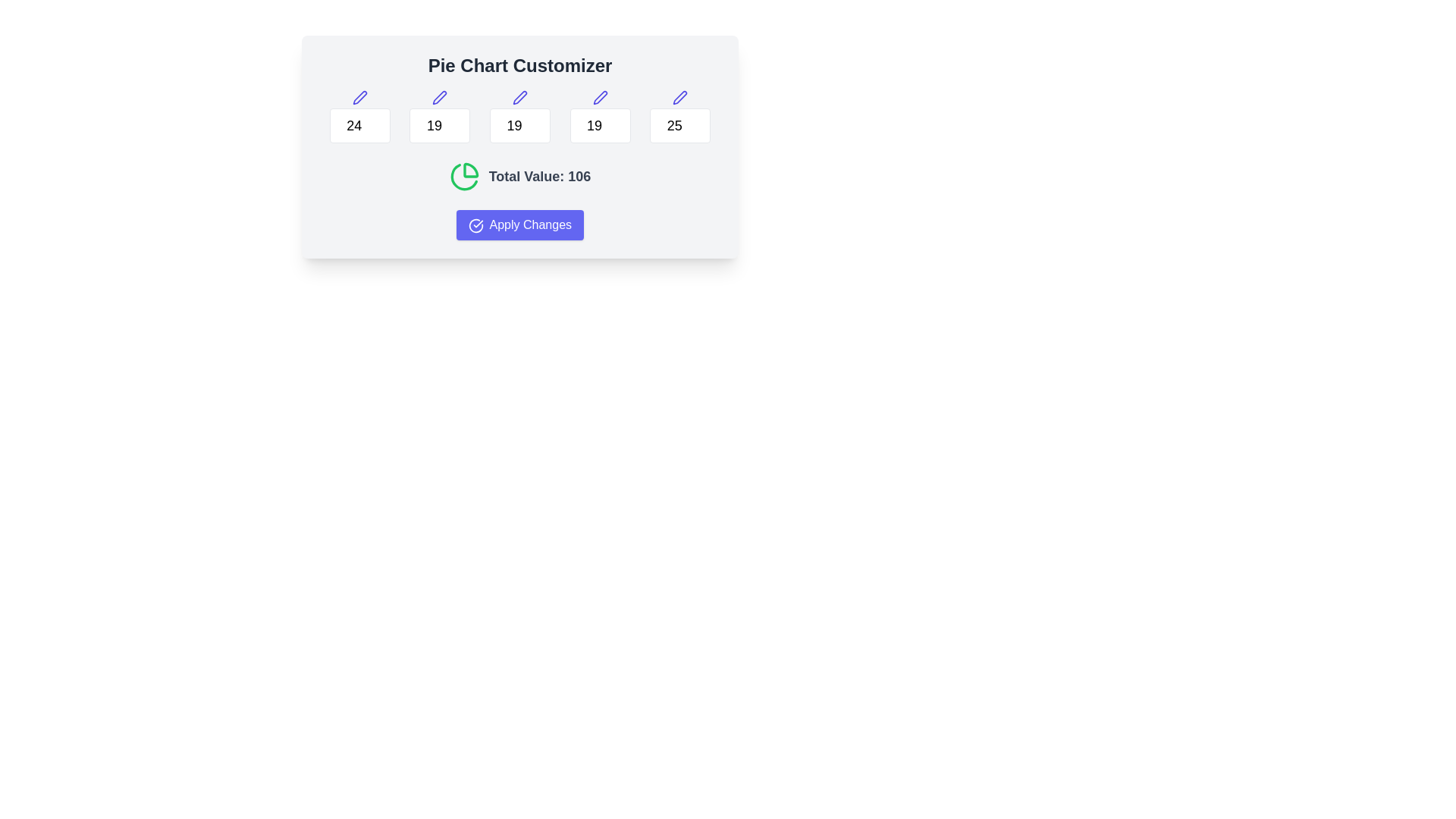 This screenshot has height=819, width=1456. What do you see at coordinates (679, 116) in the screenshot?
I see `the fifth text input box in the row of input boxes within the 'Pie Chart Customizer' layout to focus for input` at bounding box center [679, 116].